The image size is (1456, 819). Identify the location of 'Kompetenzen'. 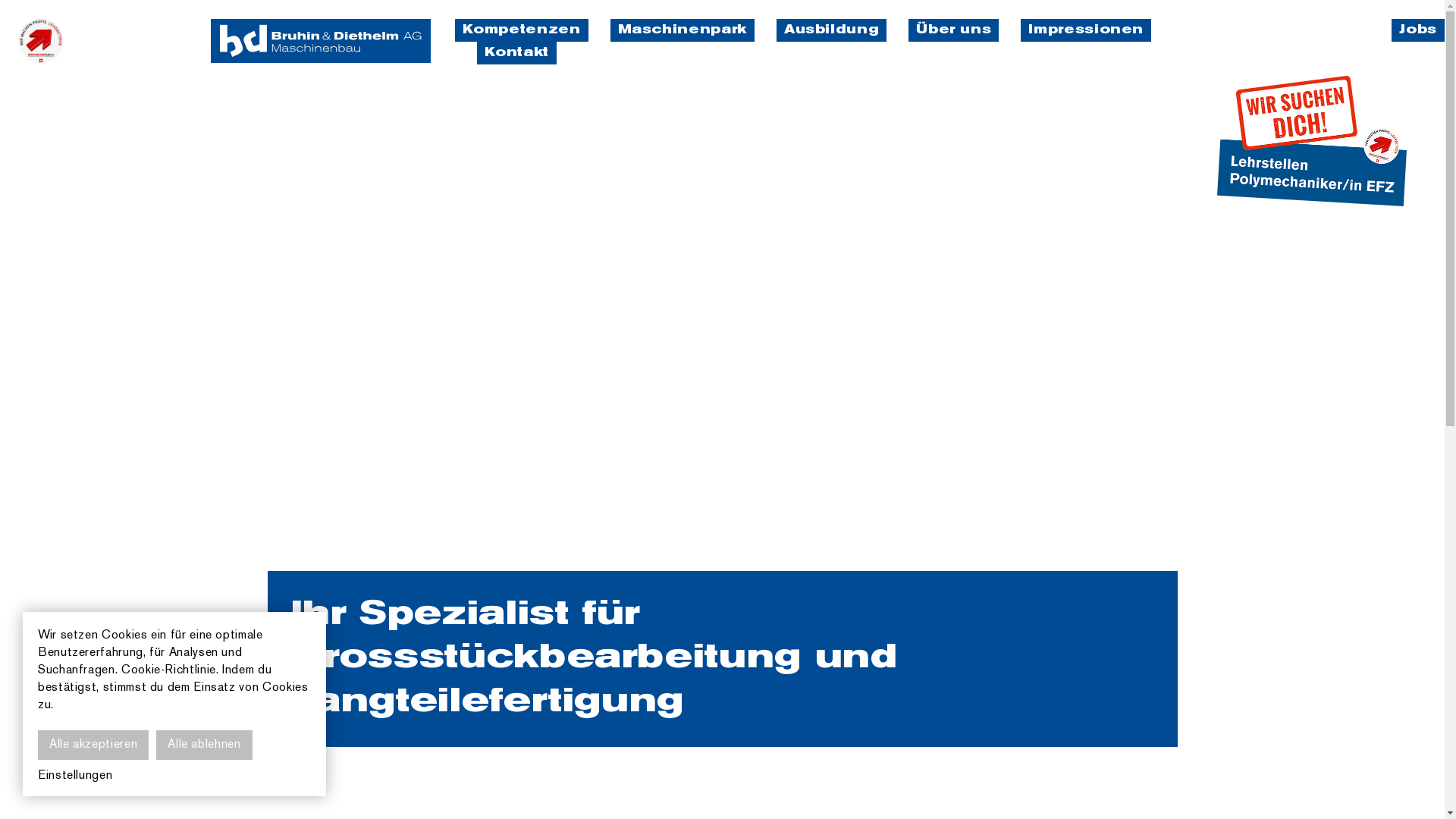
(454, 30).